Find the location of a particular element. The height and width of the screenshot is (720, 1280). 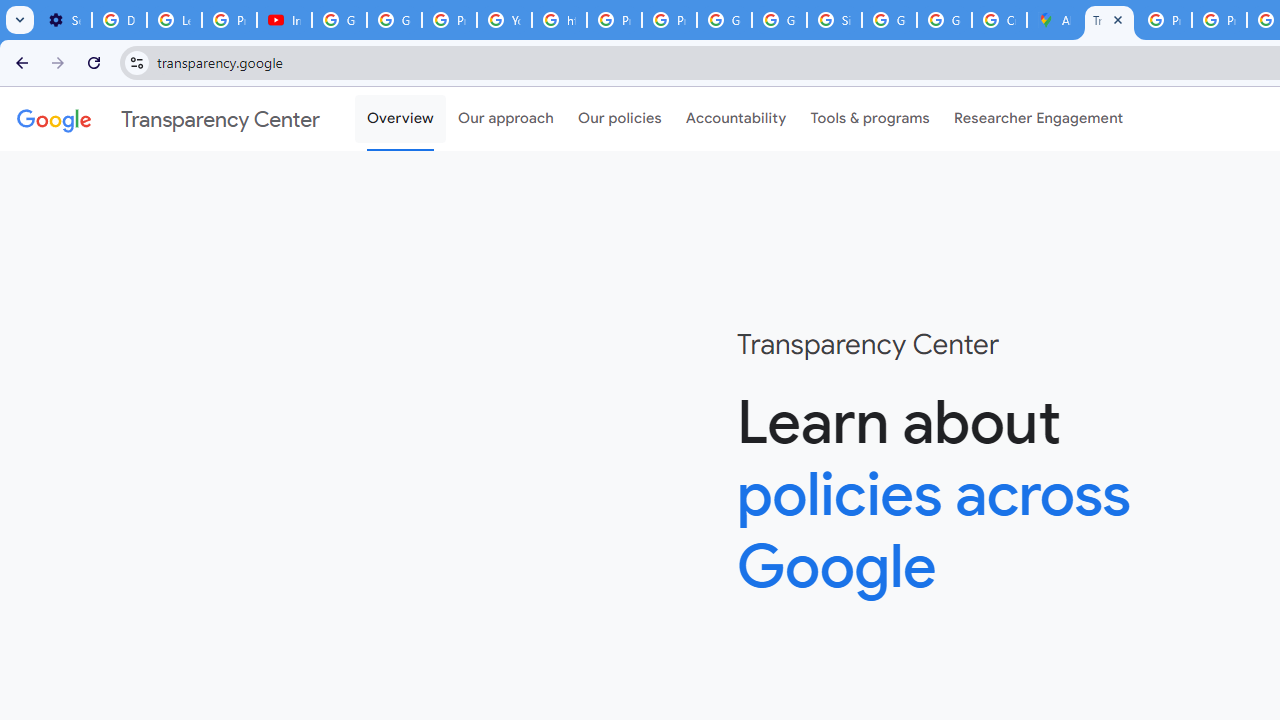

'YouTube' is located at coordinates (504, 20).